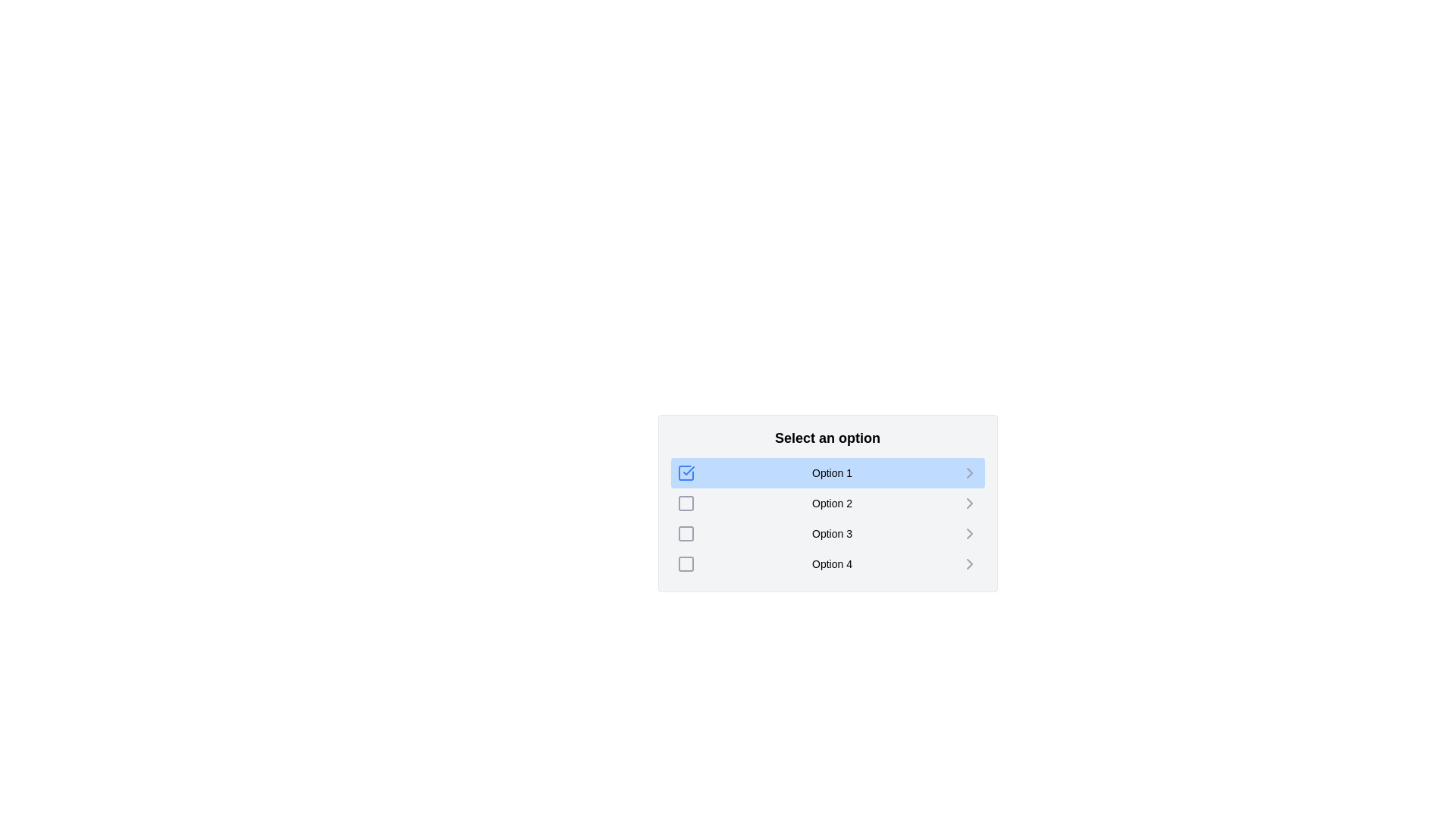  What do you see at coordinates (831, 472) in the screenshot?
I see `text from the text label that displays 'Option 1', which is highlighted on a light blue background in a vertical list of options` at bounding box center [831, 472].